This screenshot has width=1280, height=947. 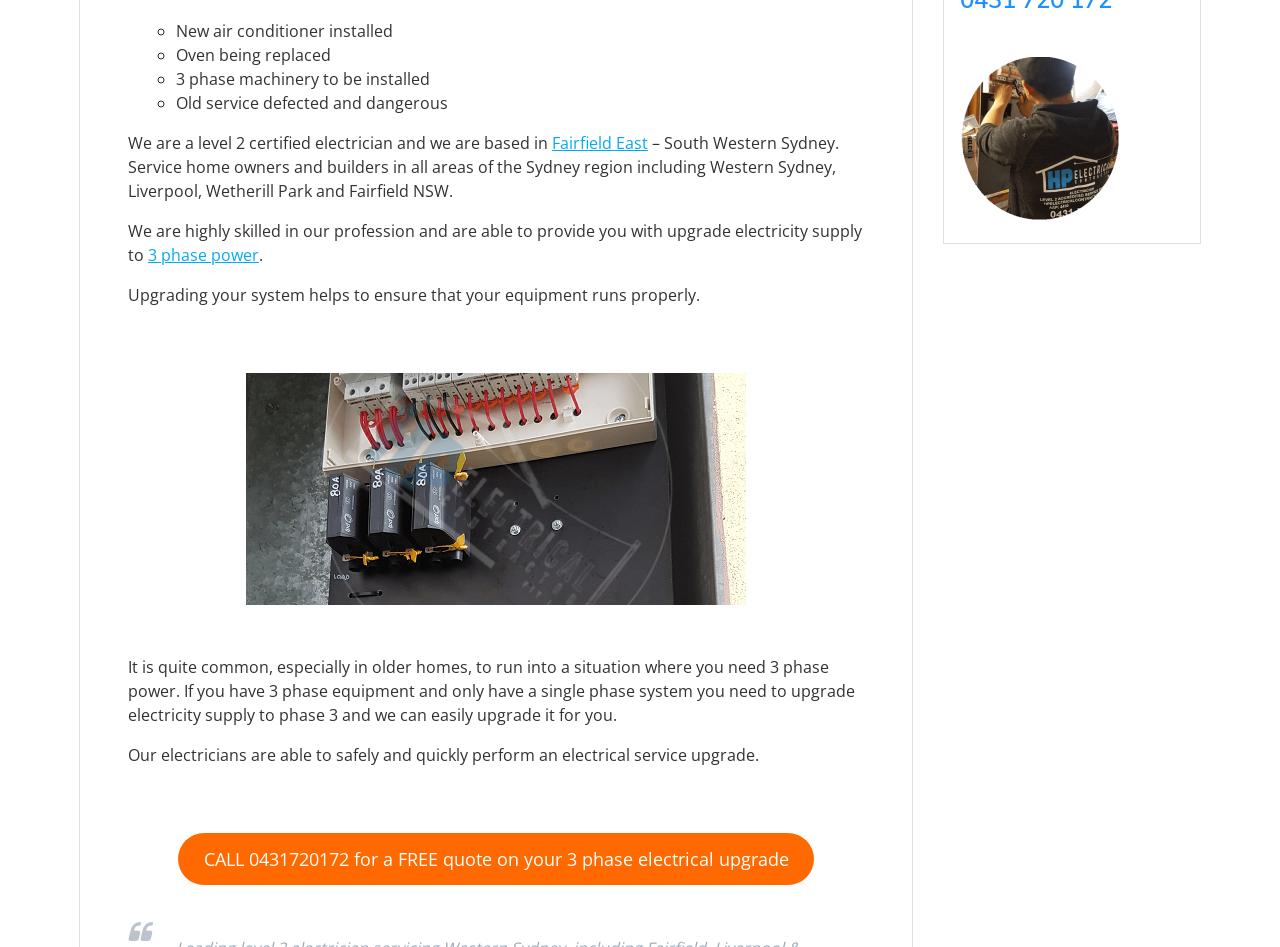 What do you see at coordinates (252, 53) in the screenshot?
I see `'Oven being replaced'` at bounding box center [252, 53].